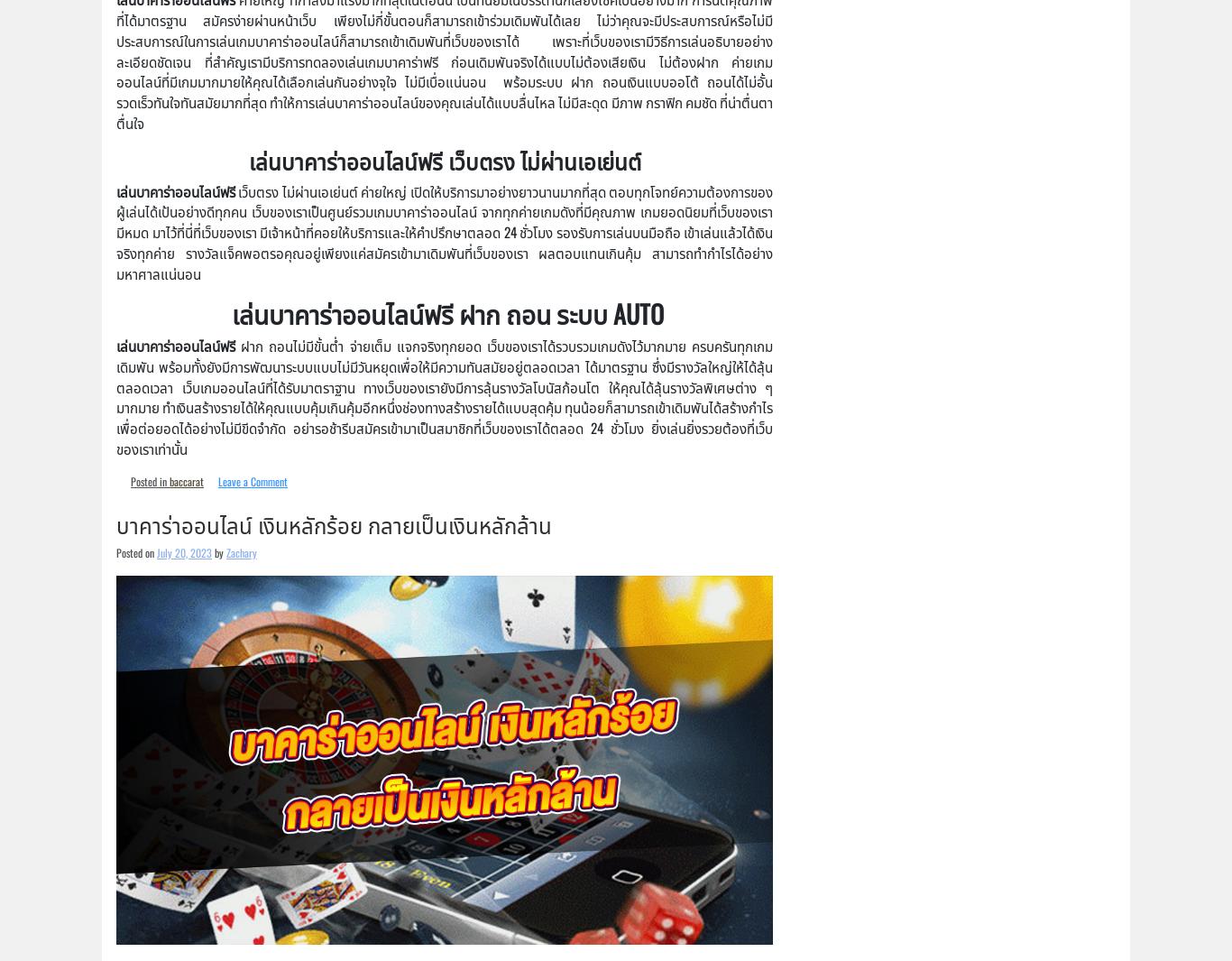  What do you see at coordinates (444, 230) in the screenshot?
I see `'เว็บตรง ไม่ผ่านเอเย่นต์ ค่ายใหญ่ เปิดให้บริการมาอย่างยาวนานมากที่สุด ตอบทุกโจทย์ความต้องการของผู้เล่นได้เป้นอย่างดีทุกคน เว็บของเราเป็นศูนย์รวมเกมบาคาร่าออนไลน์ จากทุกค่ายเกมดังที่มีคุณภาพ เกมยอดนิยมที่เว็บของเรามีหมด มาไว้ที่นี่ที่เว็บของเรา มีเจ้าหน้าที่คอยให้บริการและให้คำปรึกษาตลอด 24 ชั่วโมง รองรับการเล่นบนมือถือ เข้าเล่นแล้วได้เงินจริงทุกค่าย รางวัลแจ็คพอตรอคุณอยู่เพียงแค่สมัครเข้ามาเดิมพันที่เว็บของเรา ผลตอบแทนเกินคุ้ม สามารถทำกำไรได้อย่างมหาศาลแน่นอน'` at bounding box center [444, 230].